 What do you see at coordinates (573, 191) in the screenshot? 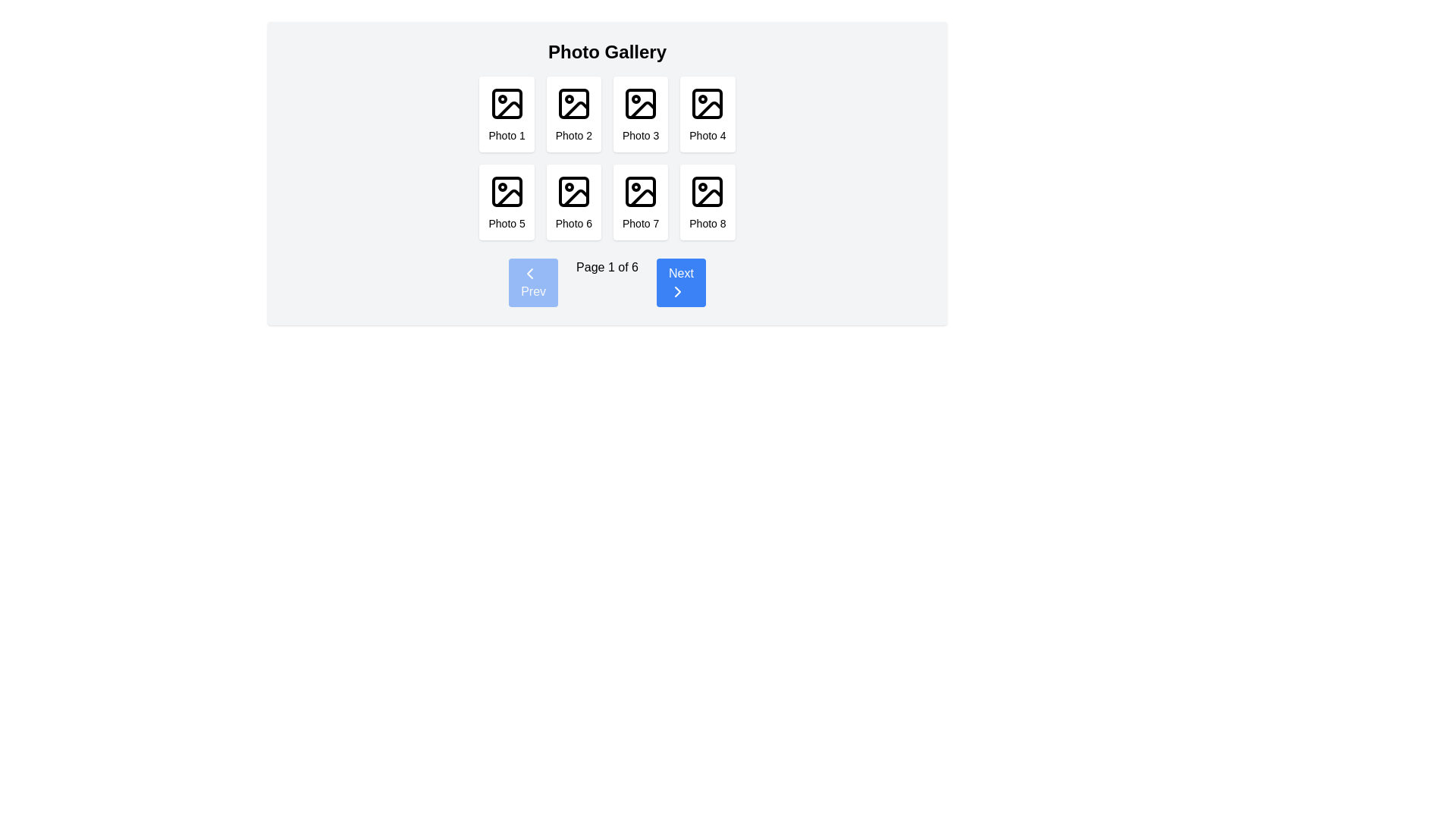
I see `the top-left rounded rectangle inside the sixth icon in the photo gallery grid, located in the second row, second element` at bounding box center [573, 191].